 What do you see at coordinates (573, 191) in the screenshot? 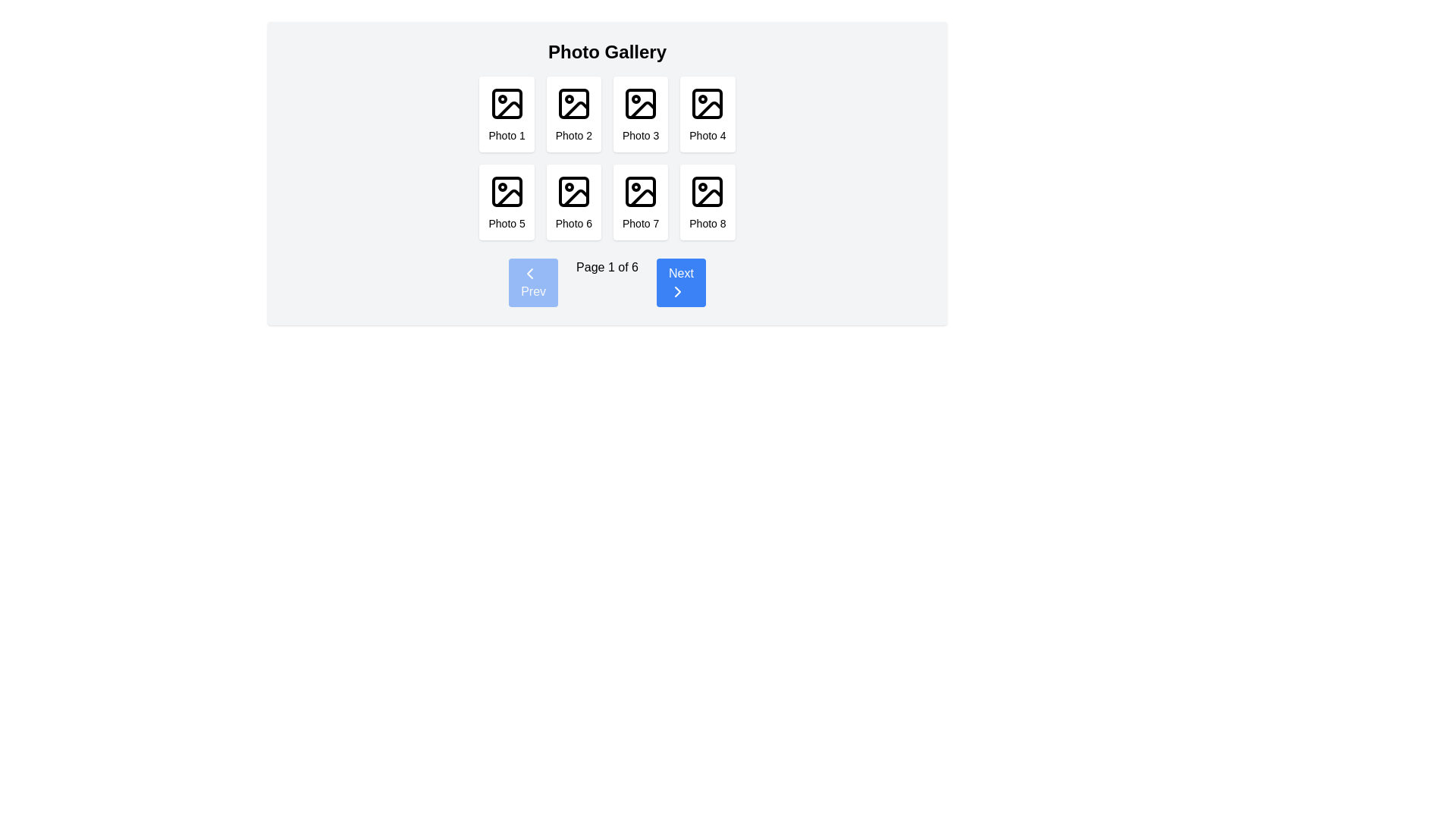
I see `the top-left rounded rectangle inside the sixth icon in the photo gallery grid, located in the second row, second element` at bounding box center [573, 191].